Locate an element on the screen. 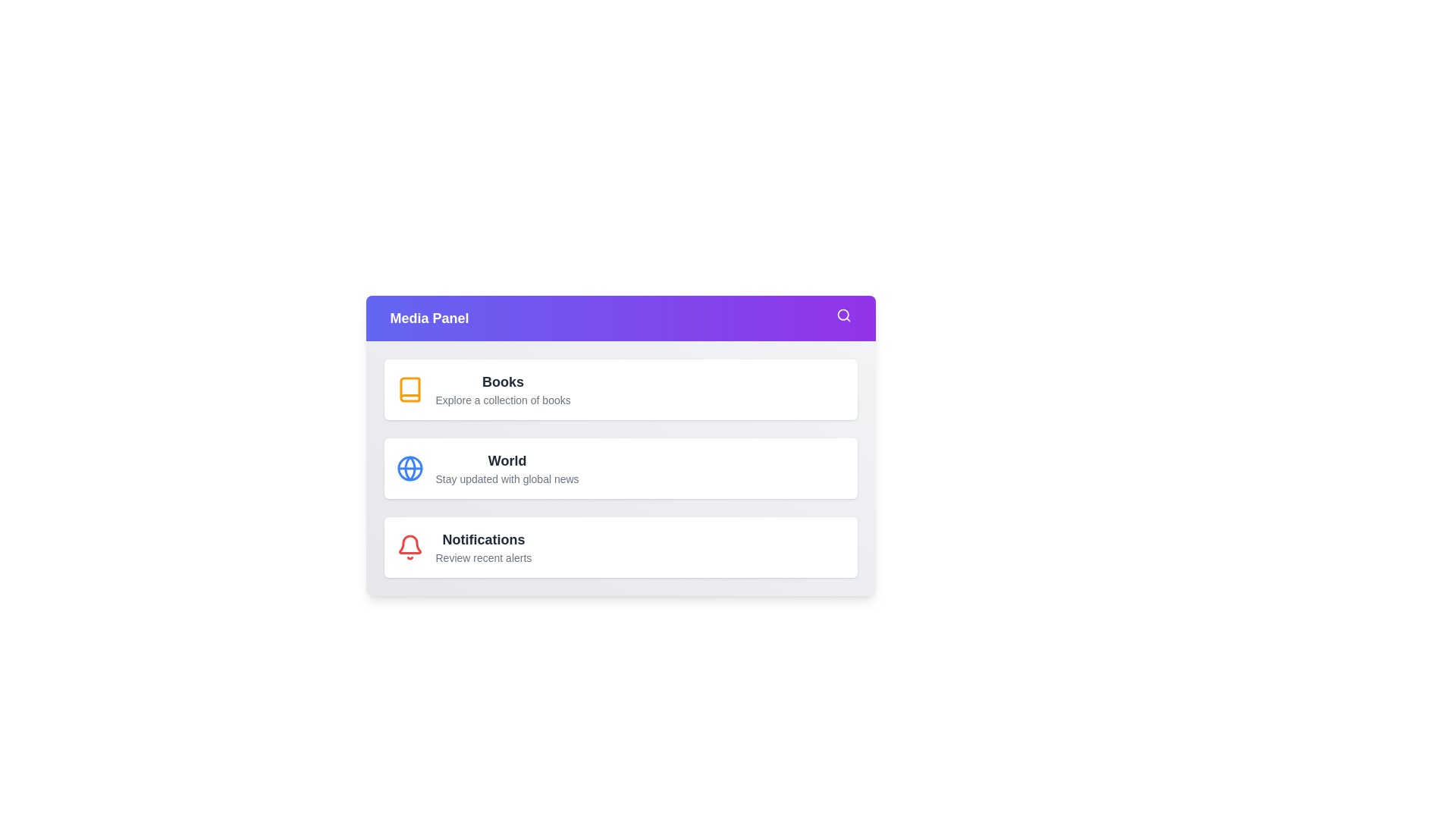 This screenshot has height=819, width=1456. the menu option Notifications to view its highlight is located at coordinates (409, 547).